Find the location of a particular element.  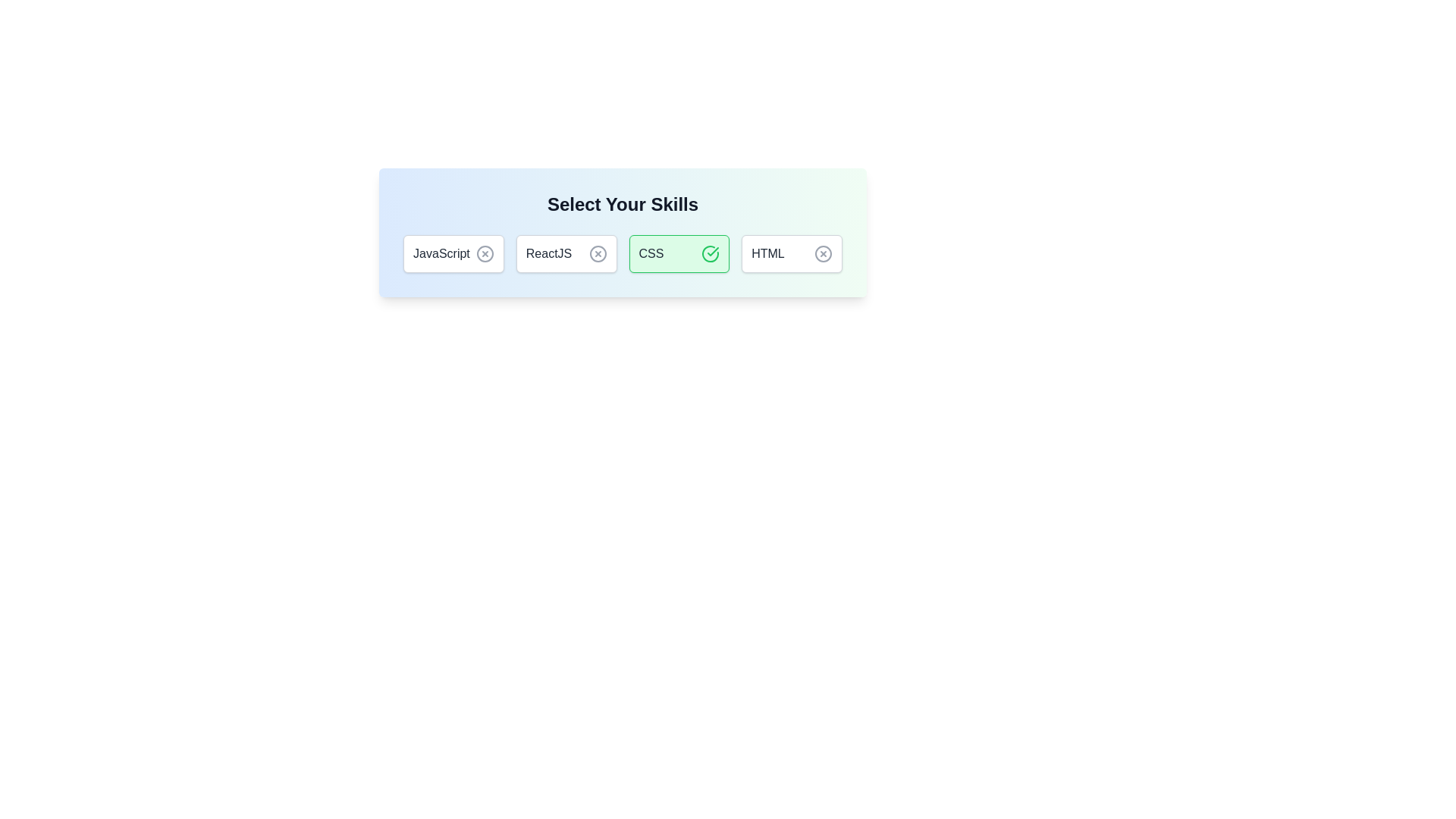

the button corresponding to HTML to toggle its selection state is located at coordinates (790, 253).